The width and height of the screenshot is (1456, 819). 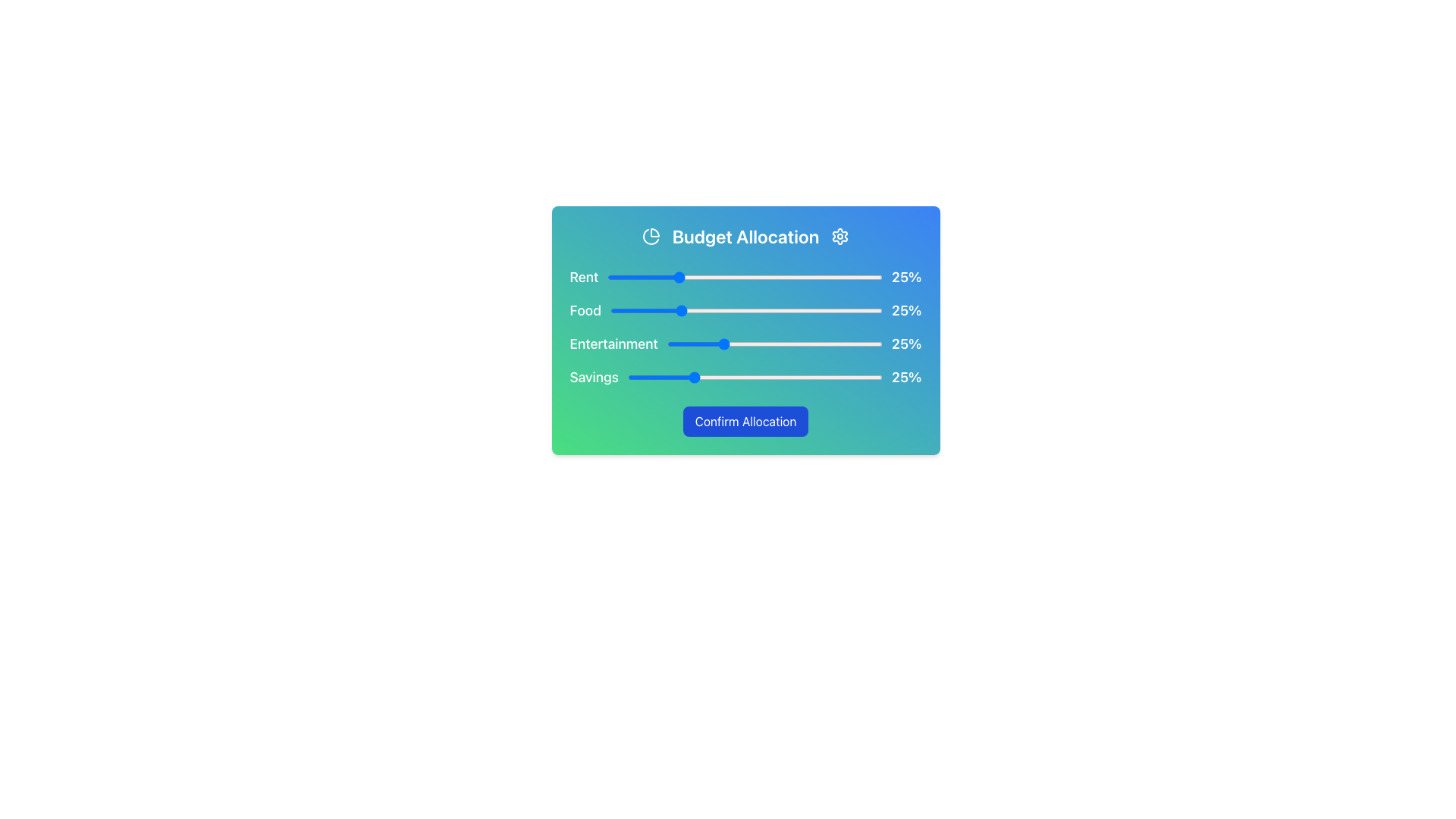 What do you see at coordinates (846, 376) in the screenshot?
I see `the savings allocation` at bounding box center [846, 376].